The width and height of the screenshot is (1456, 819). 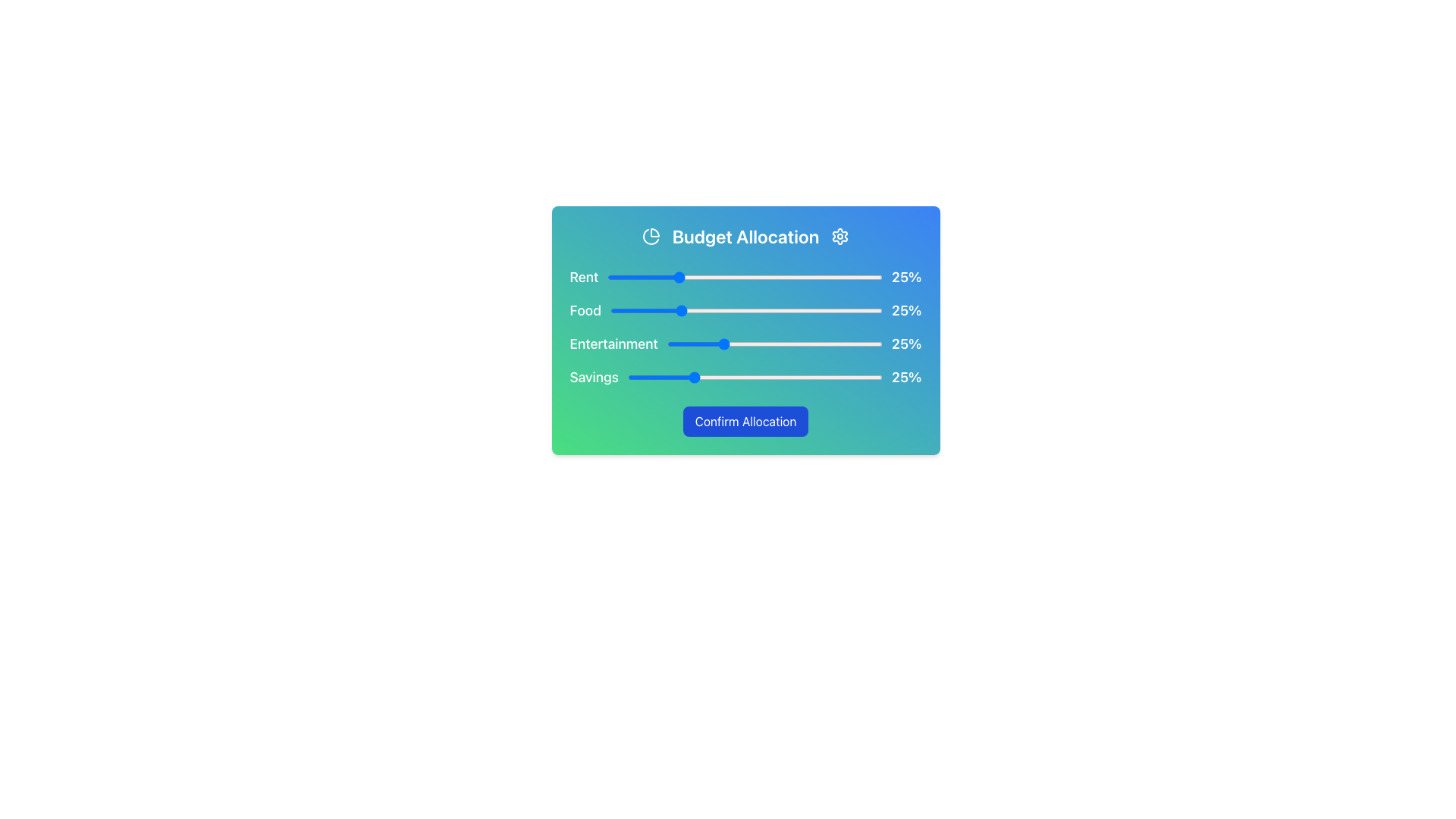 What do you see at coordinates (846, 376) in the screenshot?
I see `the savings allocation` at bounding box center [846, 376].